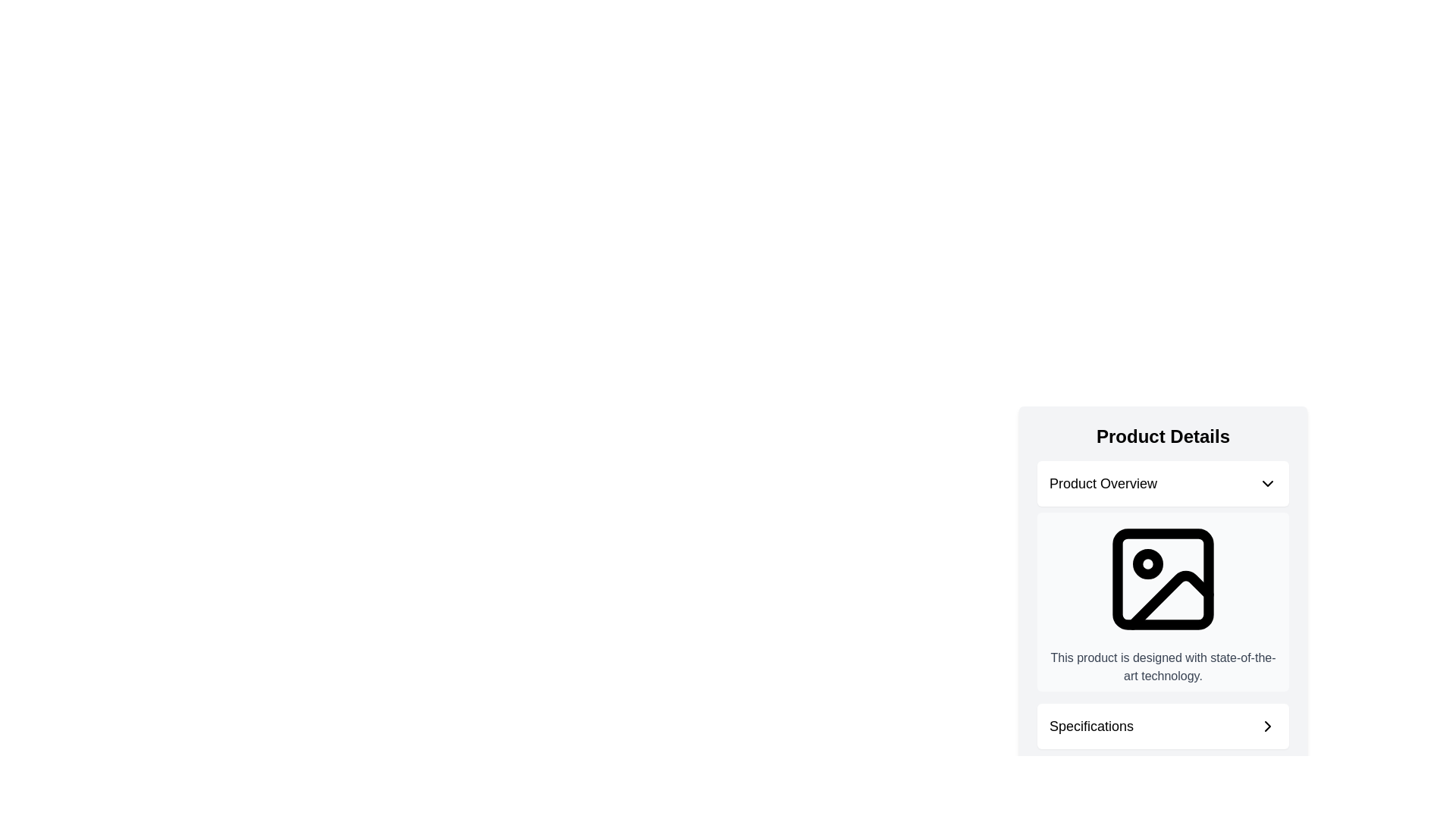 This screenshot has width=1456, height=819. What do you see at coordinates (1163, 572) in the screenshot?
I see `the Image Icon with Text Description element, which features a black outline photo frame icon and the text 'This product is designed with state-of-the-art technology.' located in the 'Product Details' section` at bounding box center [1163, 572].